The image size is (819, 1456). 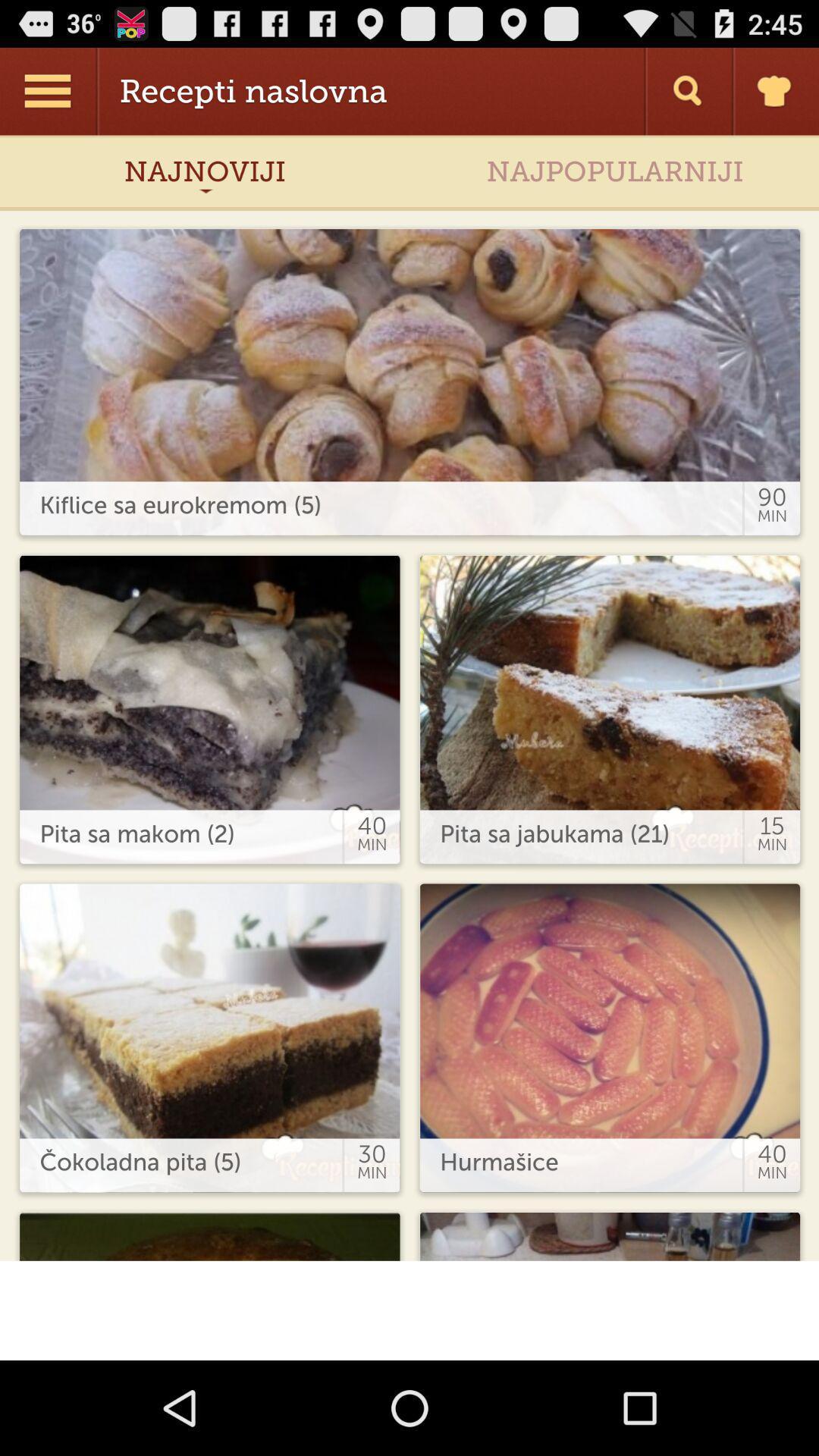 What do you see at coordinates (49, 90) in the screenshot?
I see `menu option` at bounding box center [49, 90].